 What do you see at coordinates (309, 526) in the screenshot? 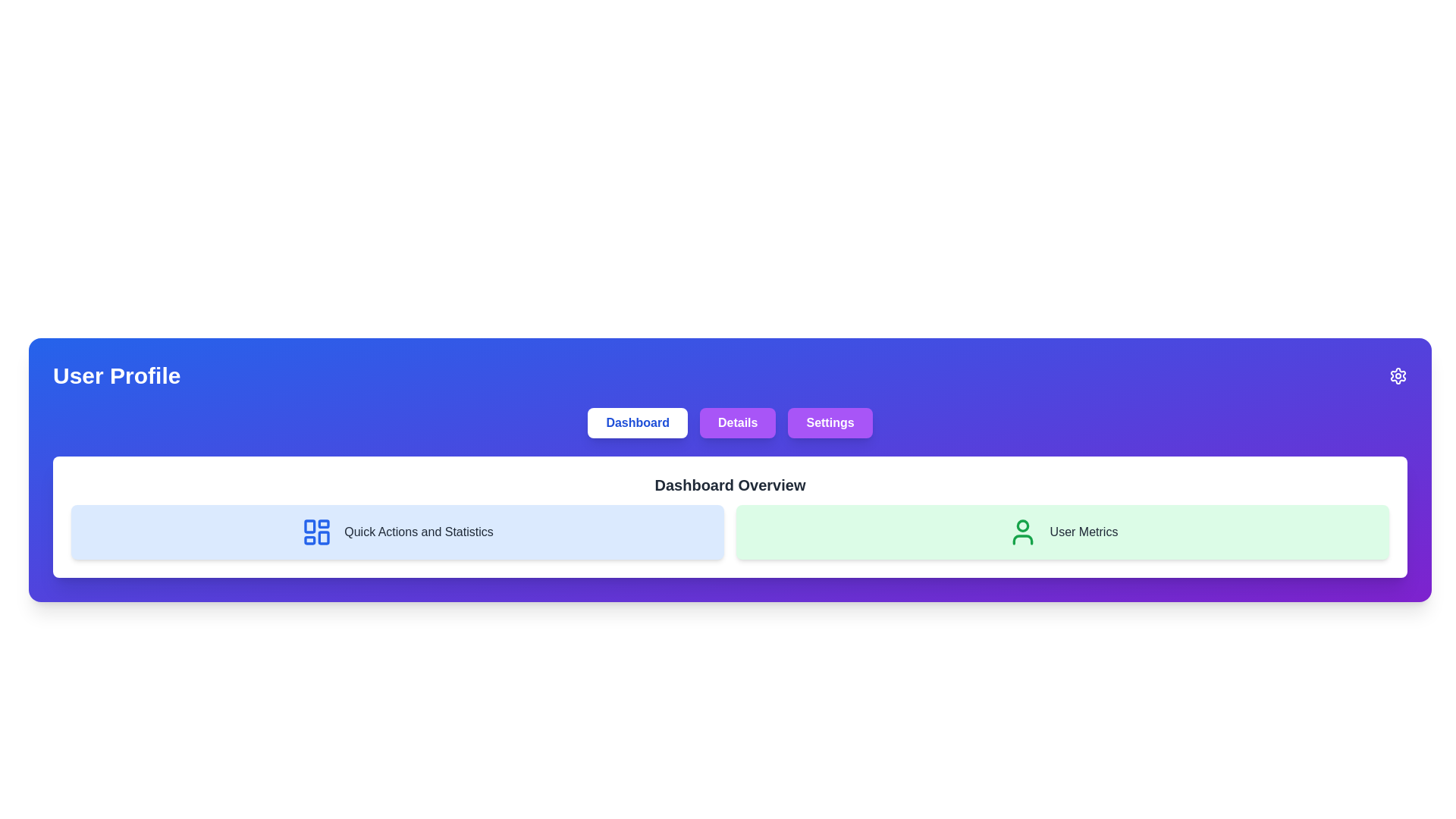
I see `the small rectangular shape with rounded corners located in the upper-left position of the SVG icon on the left side of the interface` at bounding box center [309, 526].